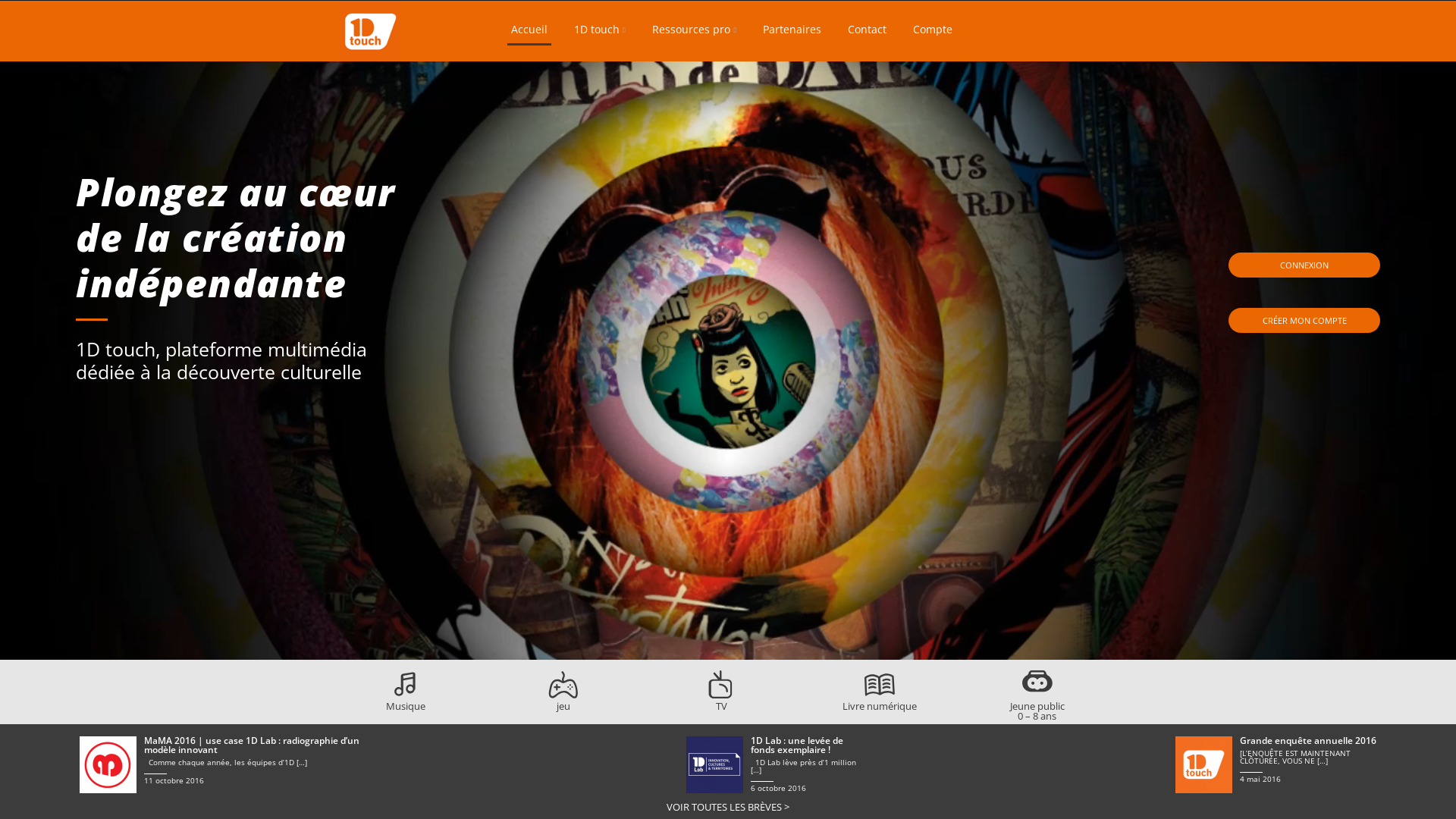  What do you see at coordinates (1093, 29) in the screenshot?
I see `'Instagram'` at bounding box center [1093, 29].